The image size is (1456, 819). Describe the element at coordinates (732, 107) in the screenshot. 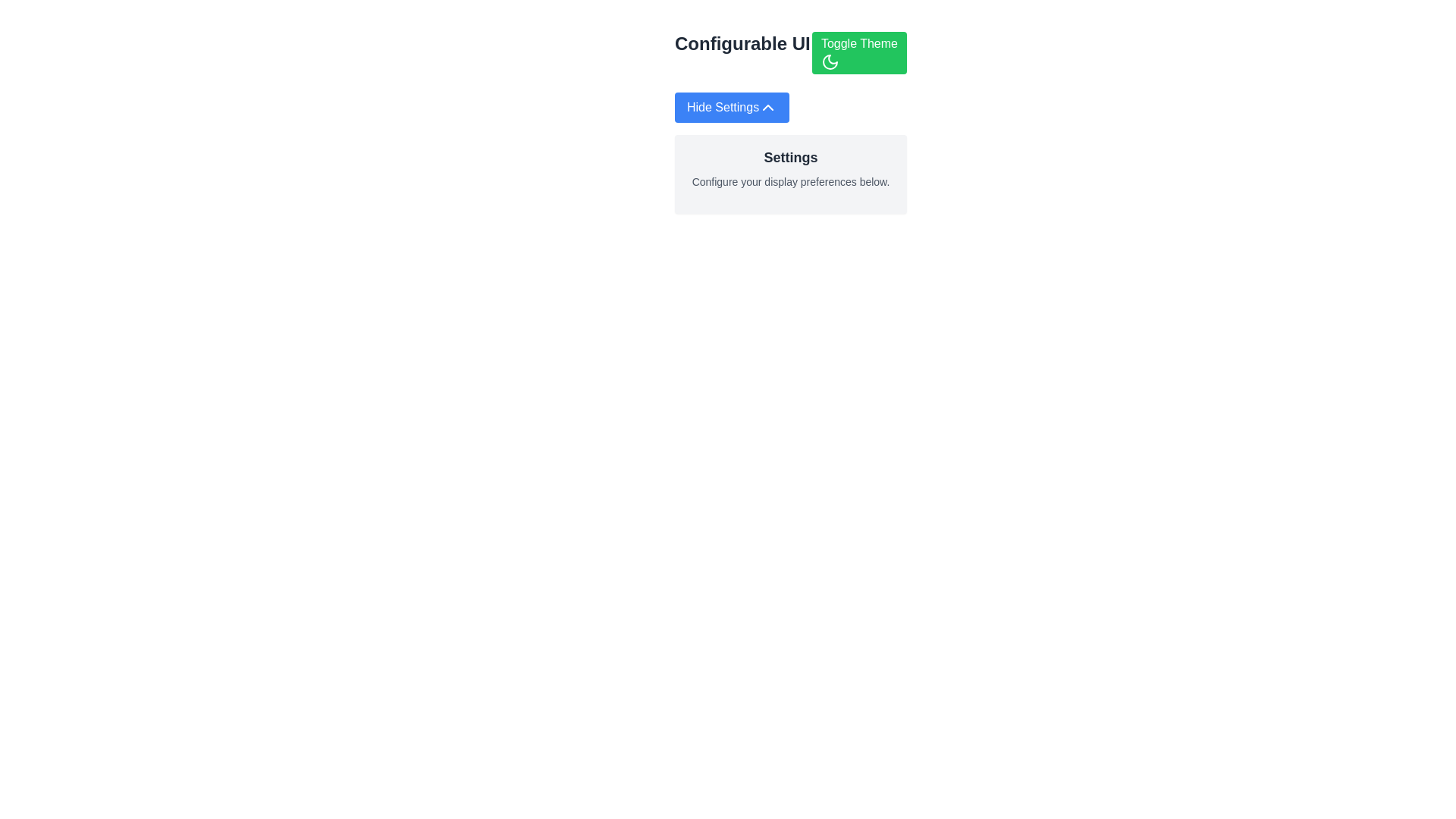

I see `the blue button labeled 'Hide Settings' with a chevron-up icon` at that location.